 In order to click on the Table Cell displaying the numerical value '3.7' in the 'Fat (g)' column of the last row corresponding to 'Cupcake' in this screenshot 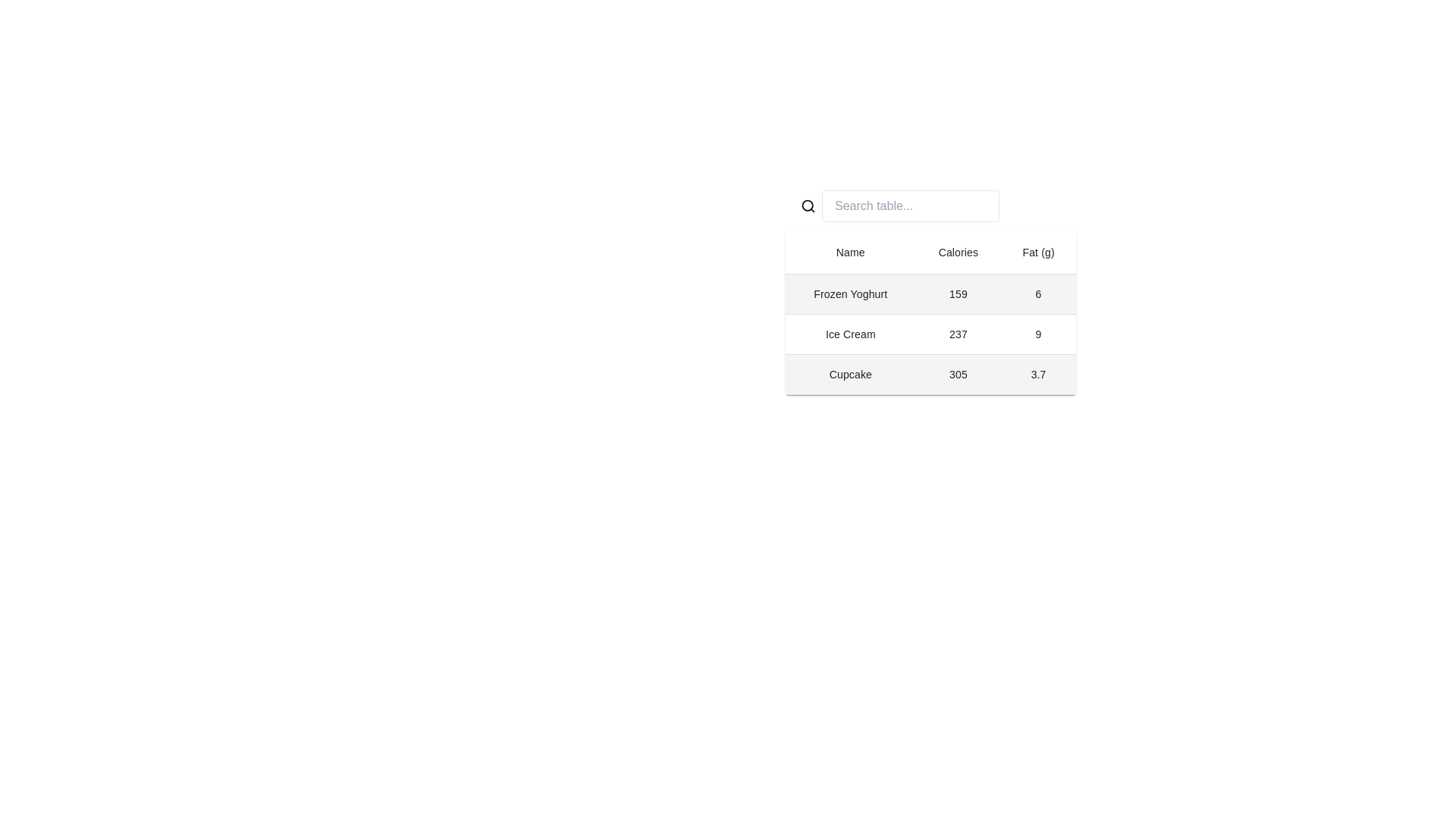, I will do `click(1037, 374)`.